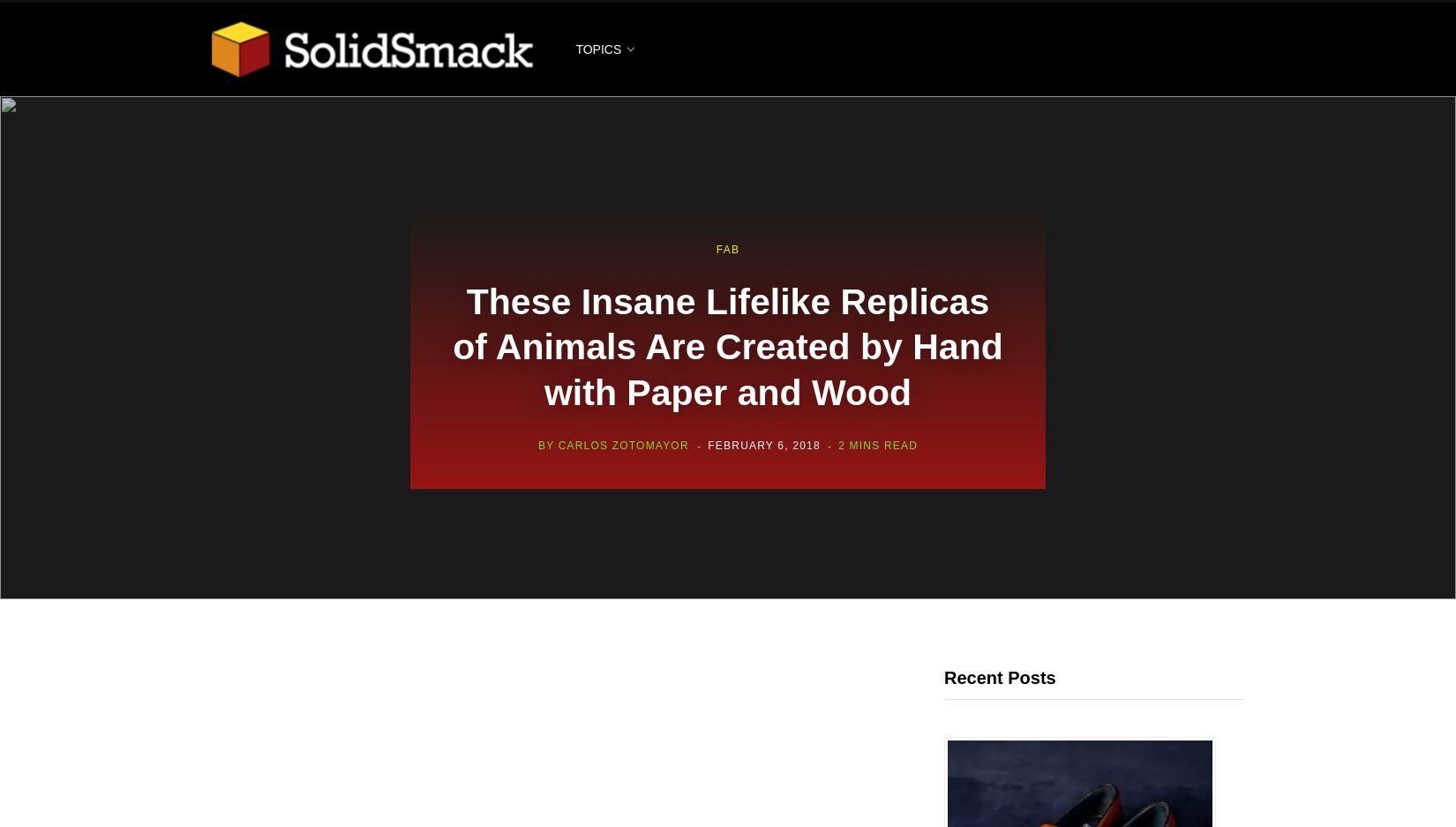  Describe the element at coordinates (631, 477) in the screenshot. I see `'PROJECTS'` at that location.